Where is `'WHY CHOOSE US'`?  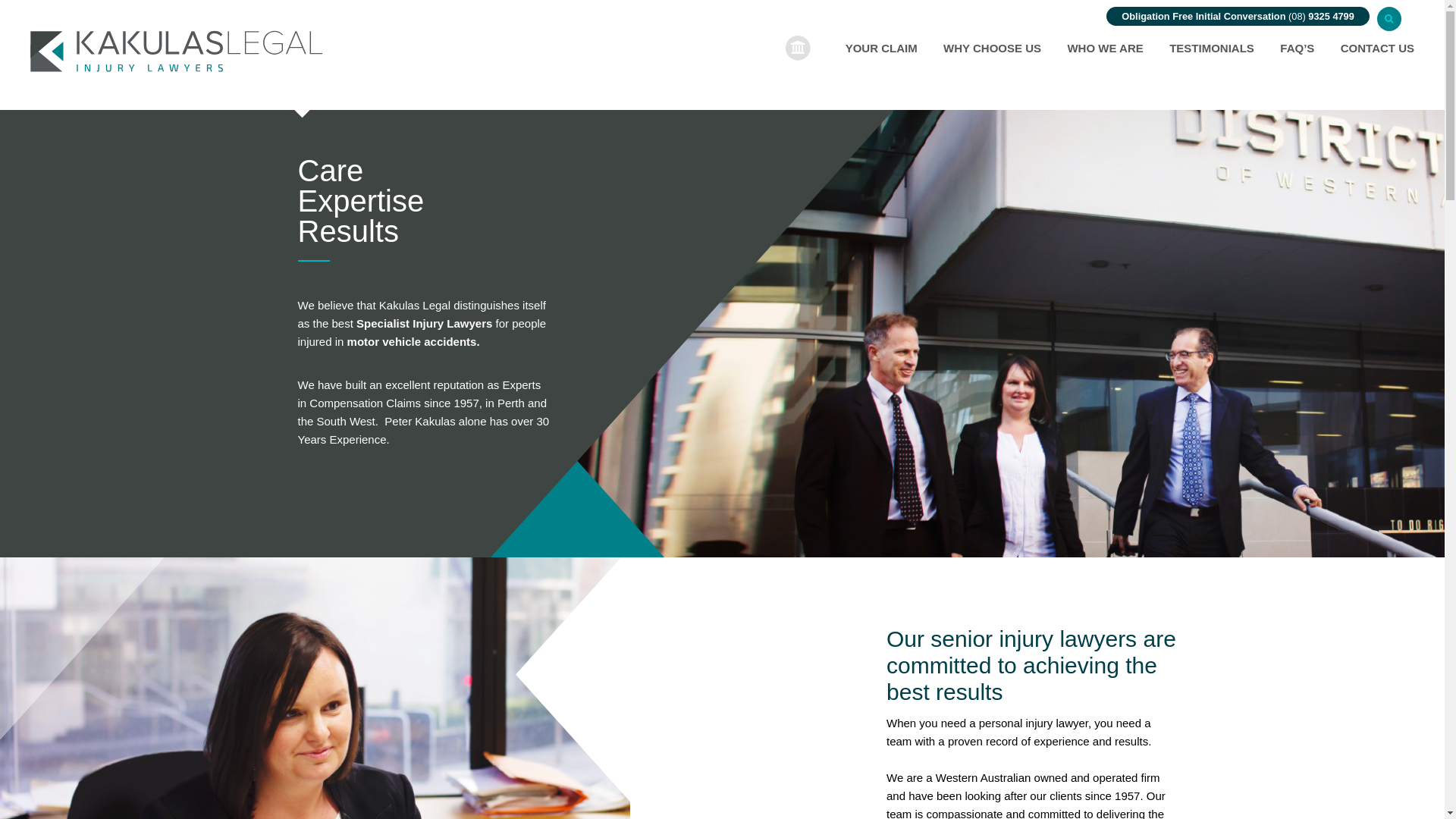 'WHY CHOOSE US' is located at coordinates (992, 49).